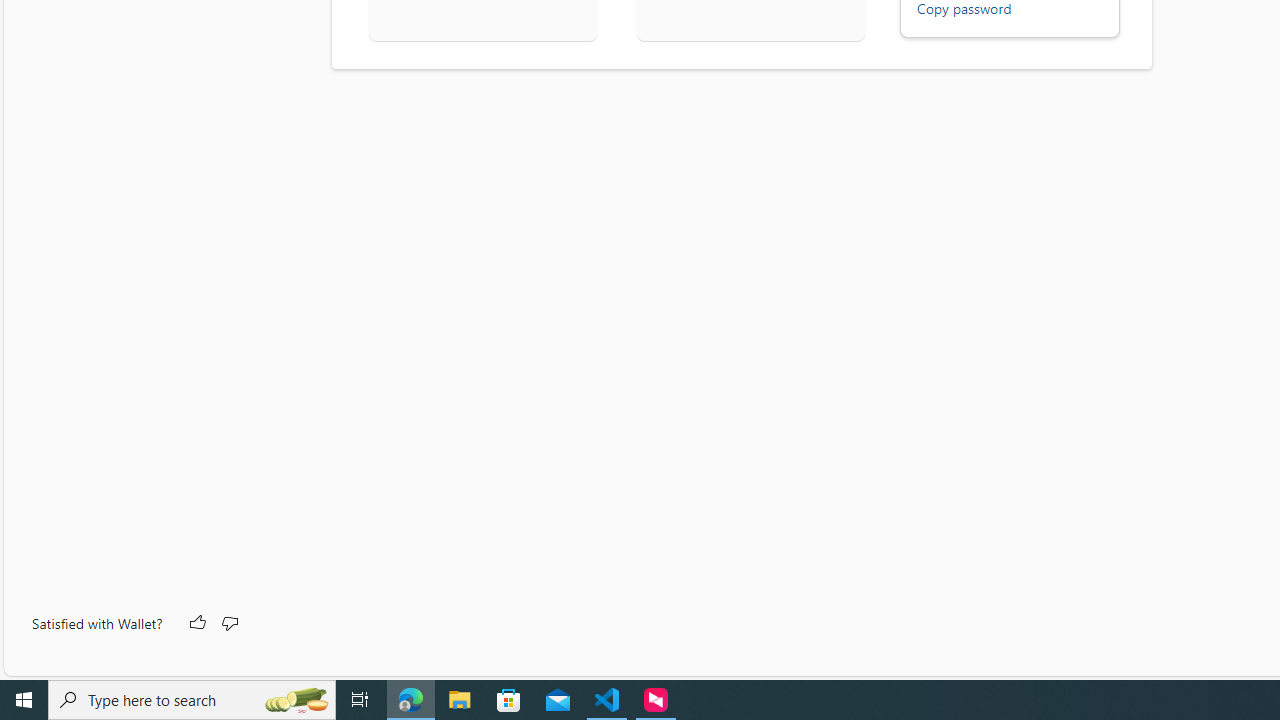 The height and width of the screenshot is (720, 1280). What do you see at coordinates (192, 698) in the screenshot?
I see `'Type here to search'` at bounding box center [192, 698].